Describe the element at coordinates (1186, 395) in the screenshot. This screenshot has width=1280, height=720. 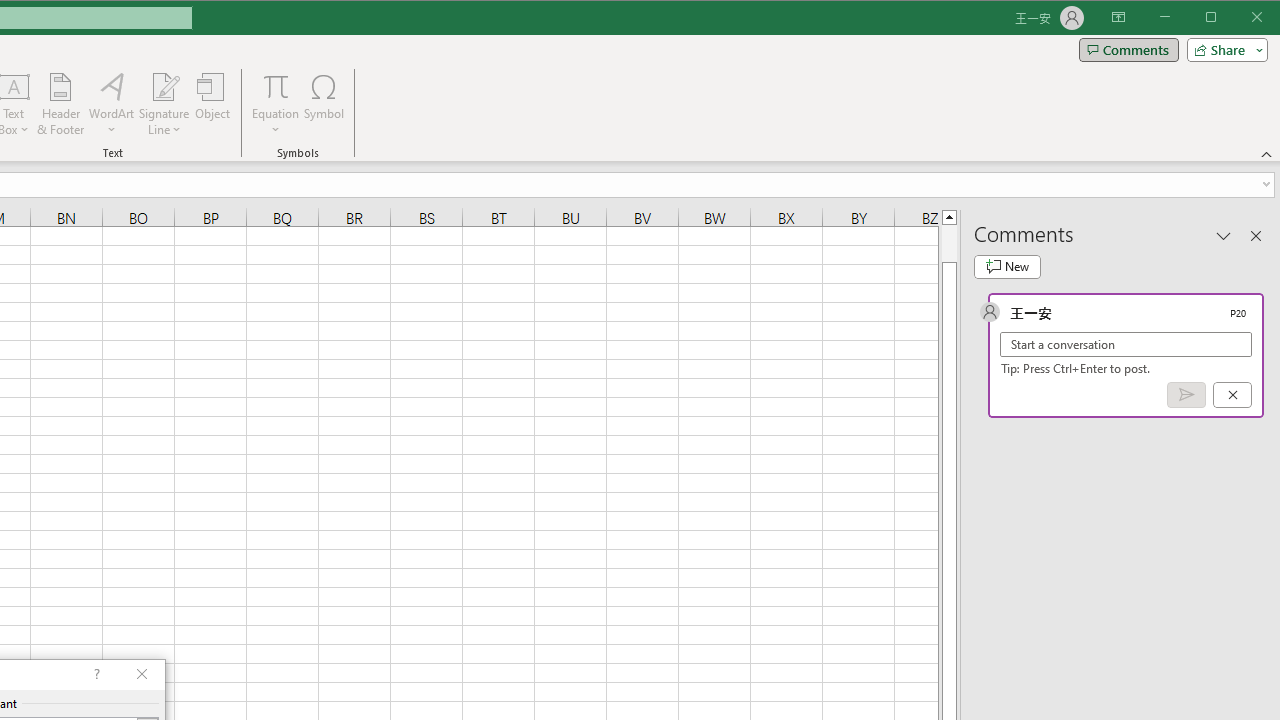
I see `'Post comment (Ctrl + Enter)'` at that location.